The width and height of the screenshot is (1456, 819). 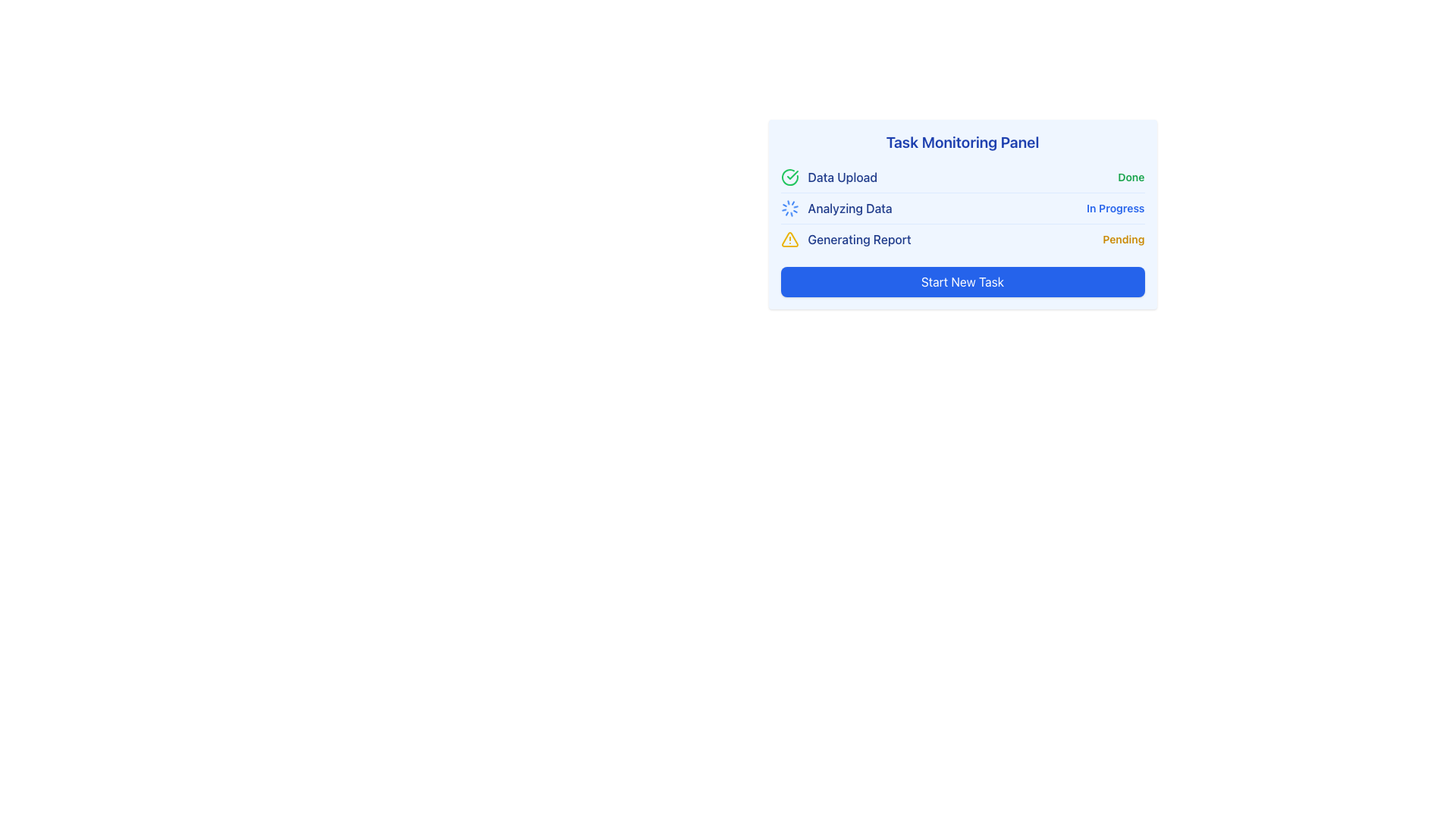 What do you see at coordinates (789, 177) in the screenshot?
I see `the green circular icon with a checkmark in the center, located at the leftmost position of the 'Data Upload' row in the task monitoring panel` at bounding box center [789, 177].